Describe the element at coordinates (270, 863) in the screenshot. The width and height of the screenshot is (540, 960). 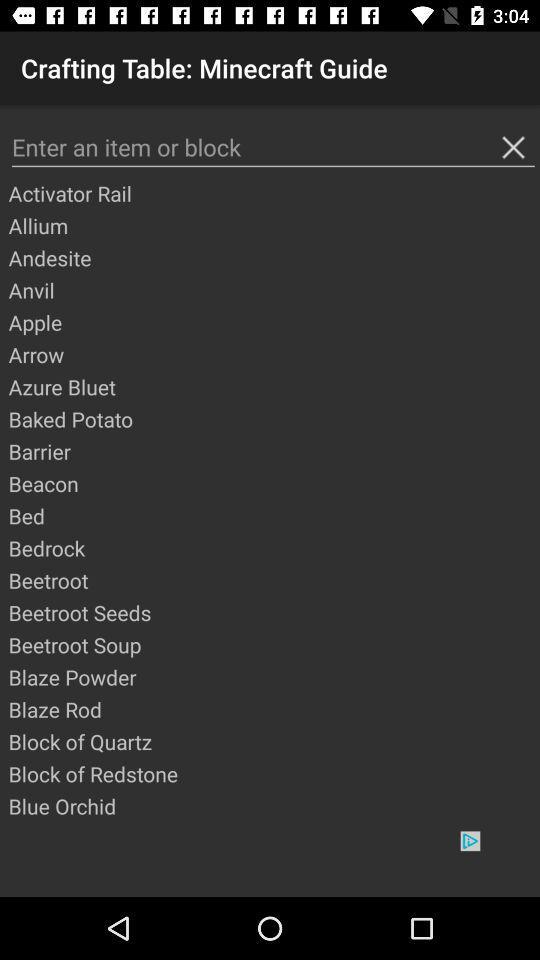
I see `the app below blue orchid` at that location.